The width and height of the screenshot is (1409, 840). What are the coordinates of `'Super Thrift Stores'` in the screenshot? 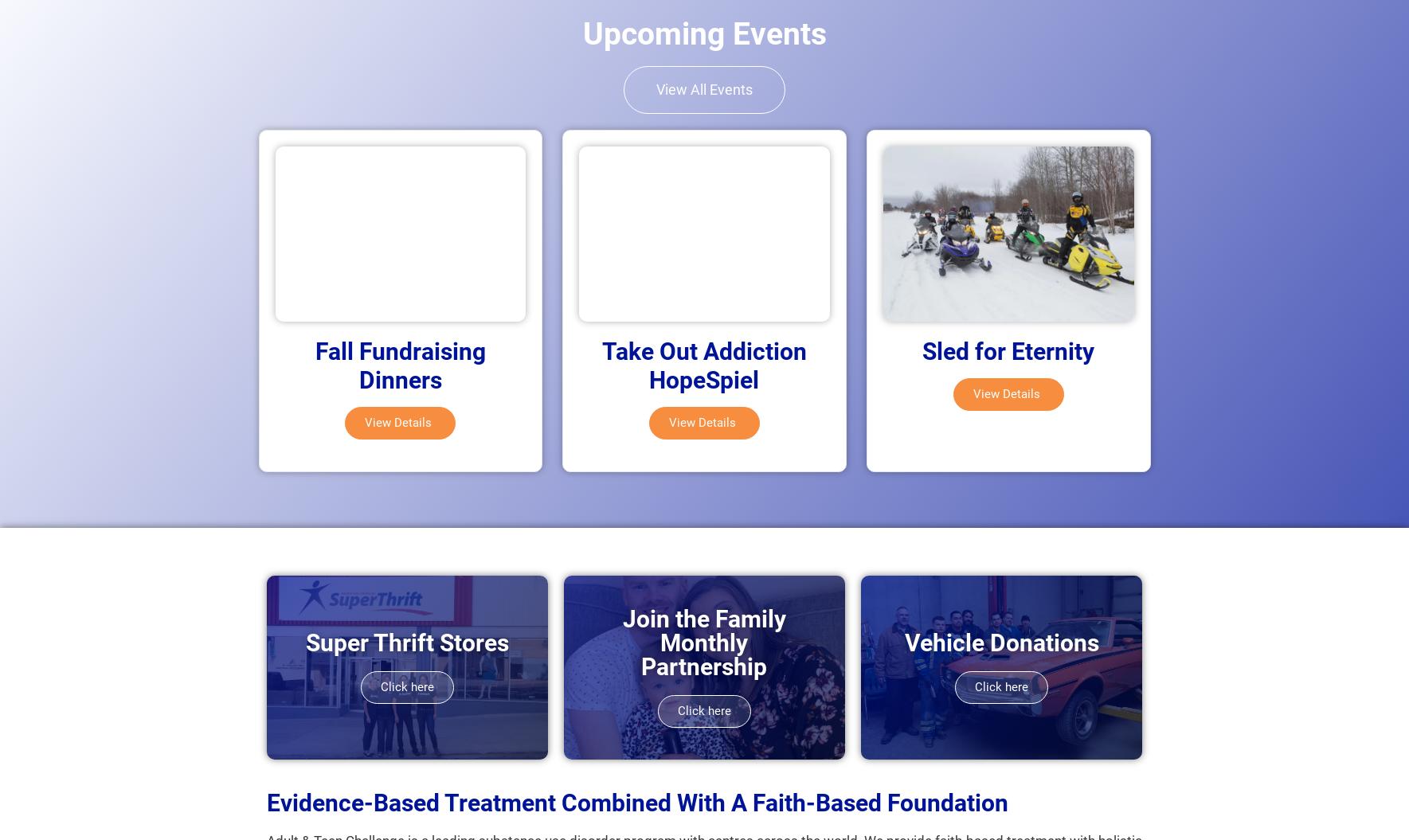 It's located at (405, 642).